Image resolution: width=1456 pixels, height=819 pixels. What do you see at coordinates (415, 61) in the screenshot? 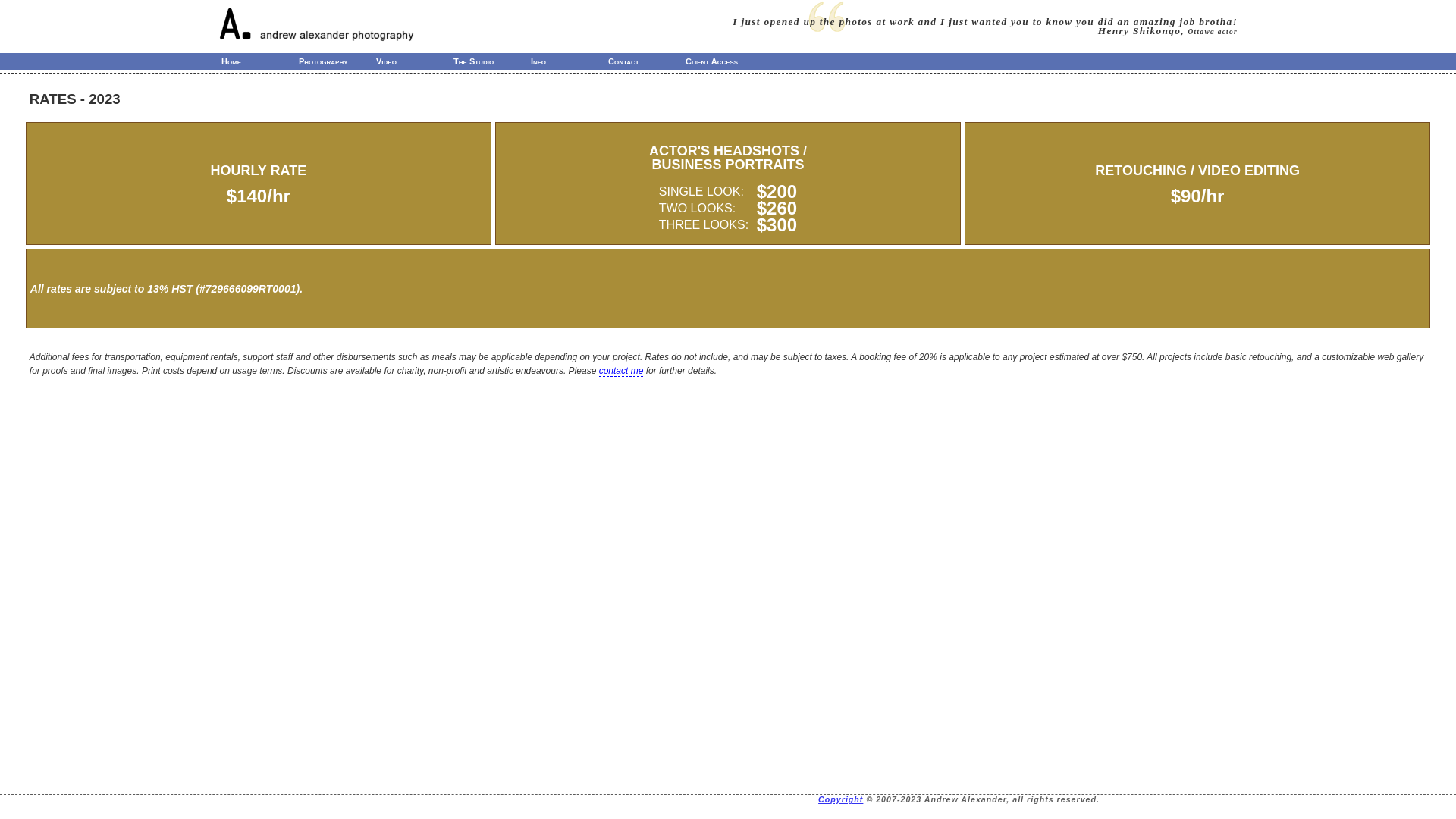
I see `'Video'` at bounding box center [415, 61].